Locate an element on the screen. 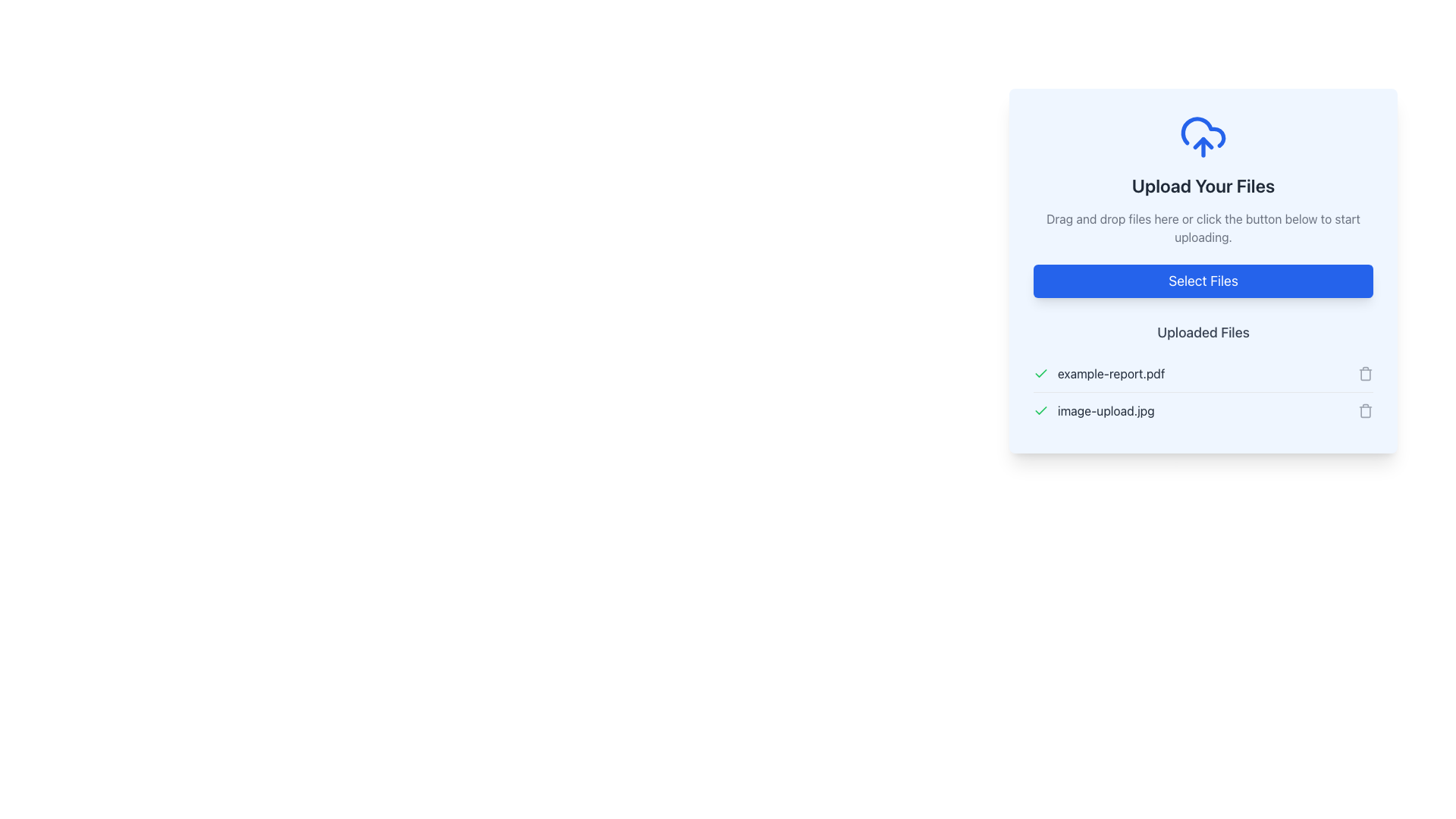 This screenshot has width=1456, height=819. the File item displaying the filename 'image-upload.jpg' with a green checkmark is located at coordinates (1094, 411).